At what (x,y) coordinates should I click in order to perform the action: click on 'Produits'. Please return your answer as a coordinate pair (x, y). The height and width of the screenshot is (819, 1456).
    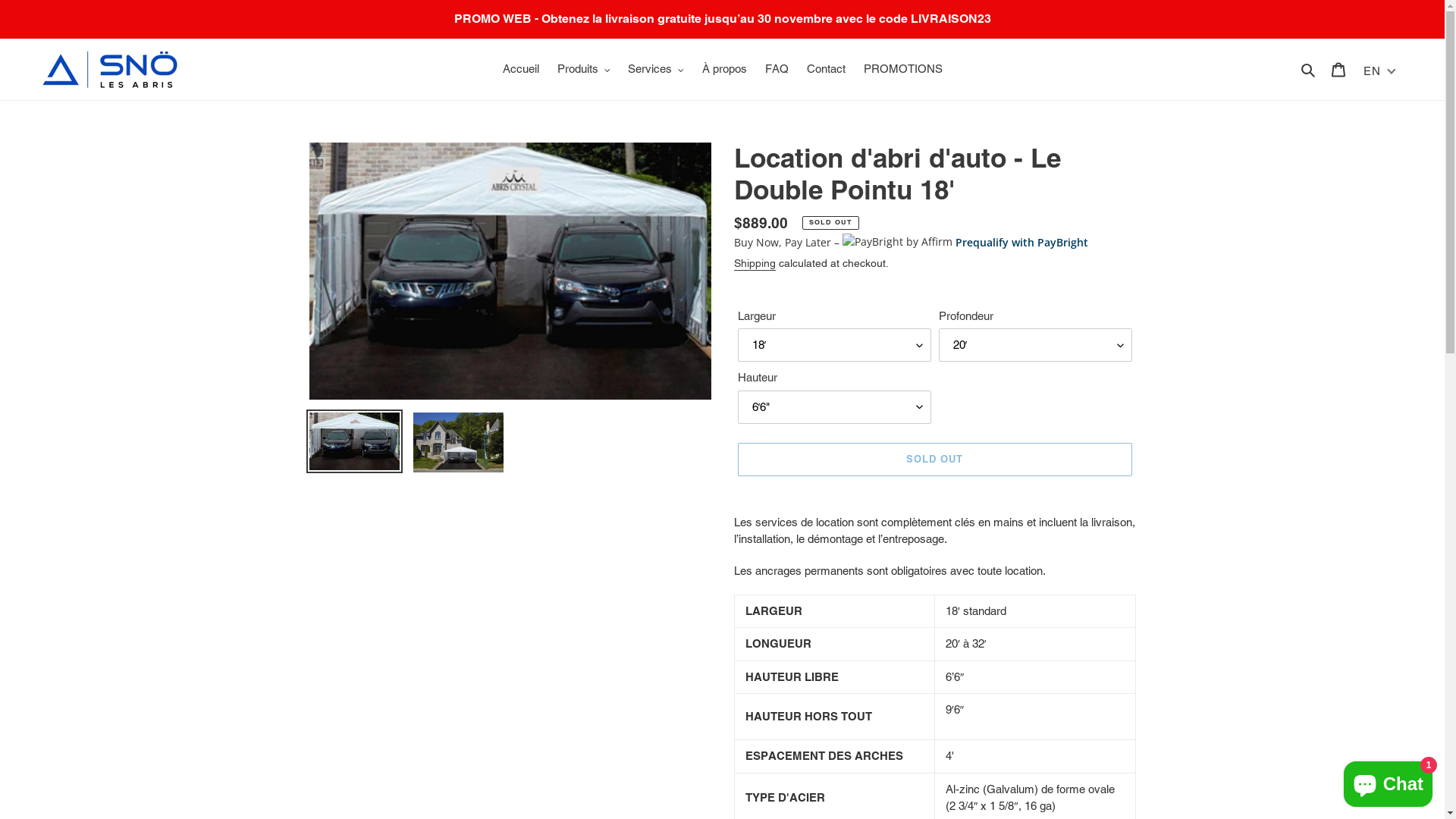
    Looking at the image, I should click on (582, 69).